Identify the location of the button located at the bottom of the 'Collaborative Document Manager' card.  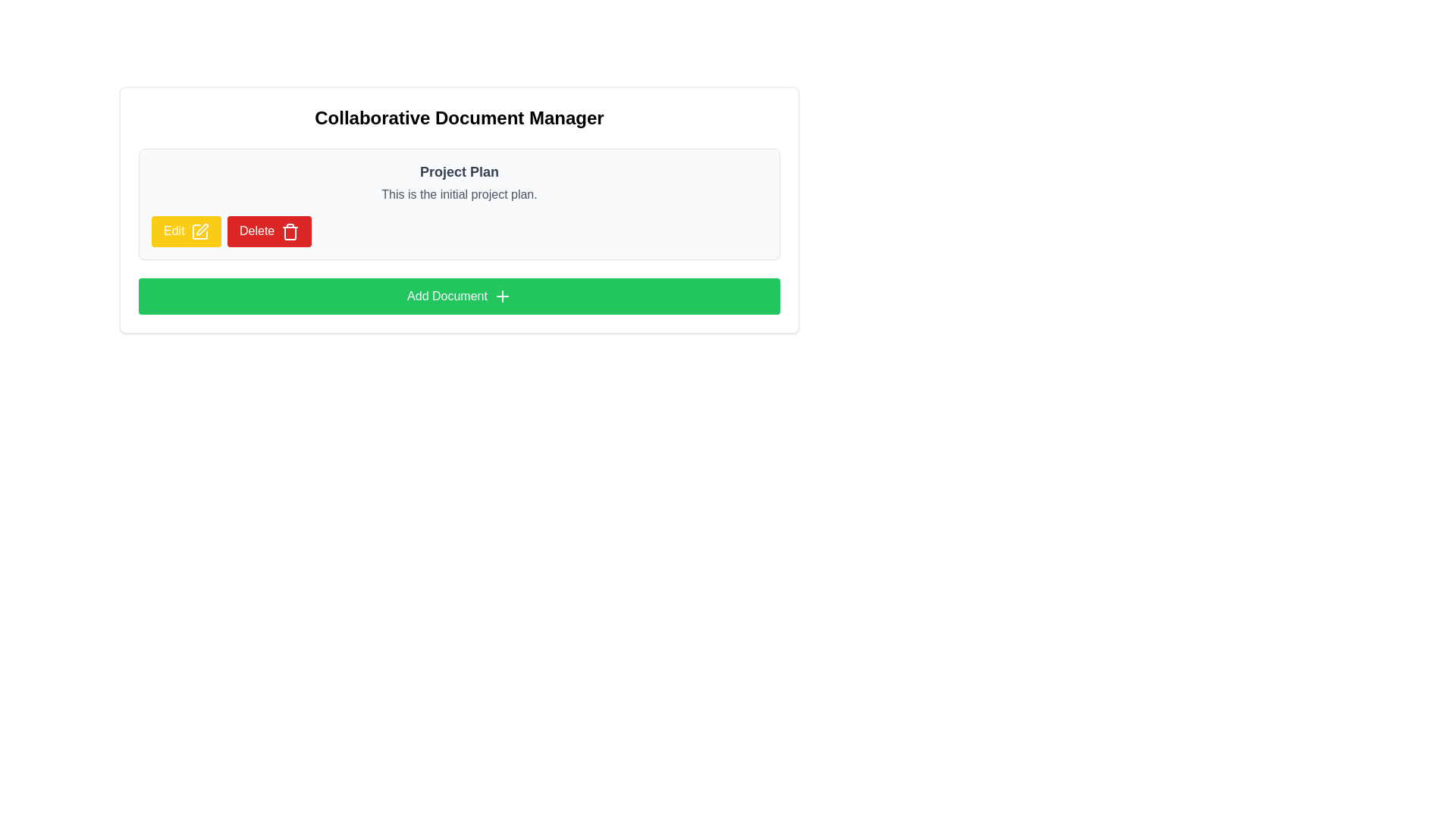
(458, 295).